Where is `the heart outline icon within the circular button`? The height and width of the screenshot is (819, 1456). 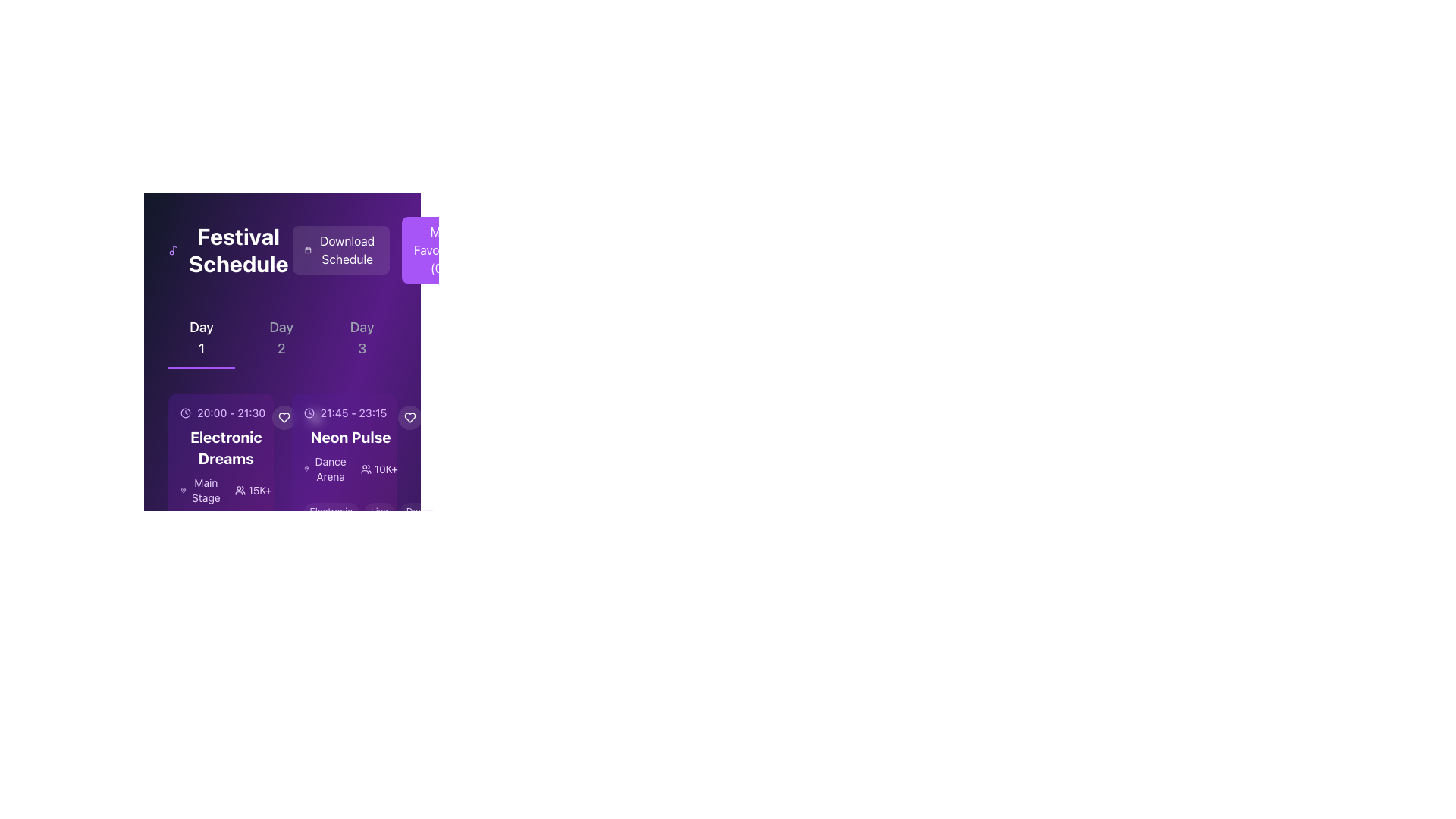
the heart outline icon within the circular button is located at coordinates (284, 418).